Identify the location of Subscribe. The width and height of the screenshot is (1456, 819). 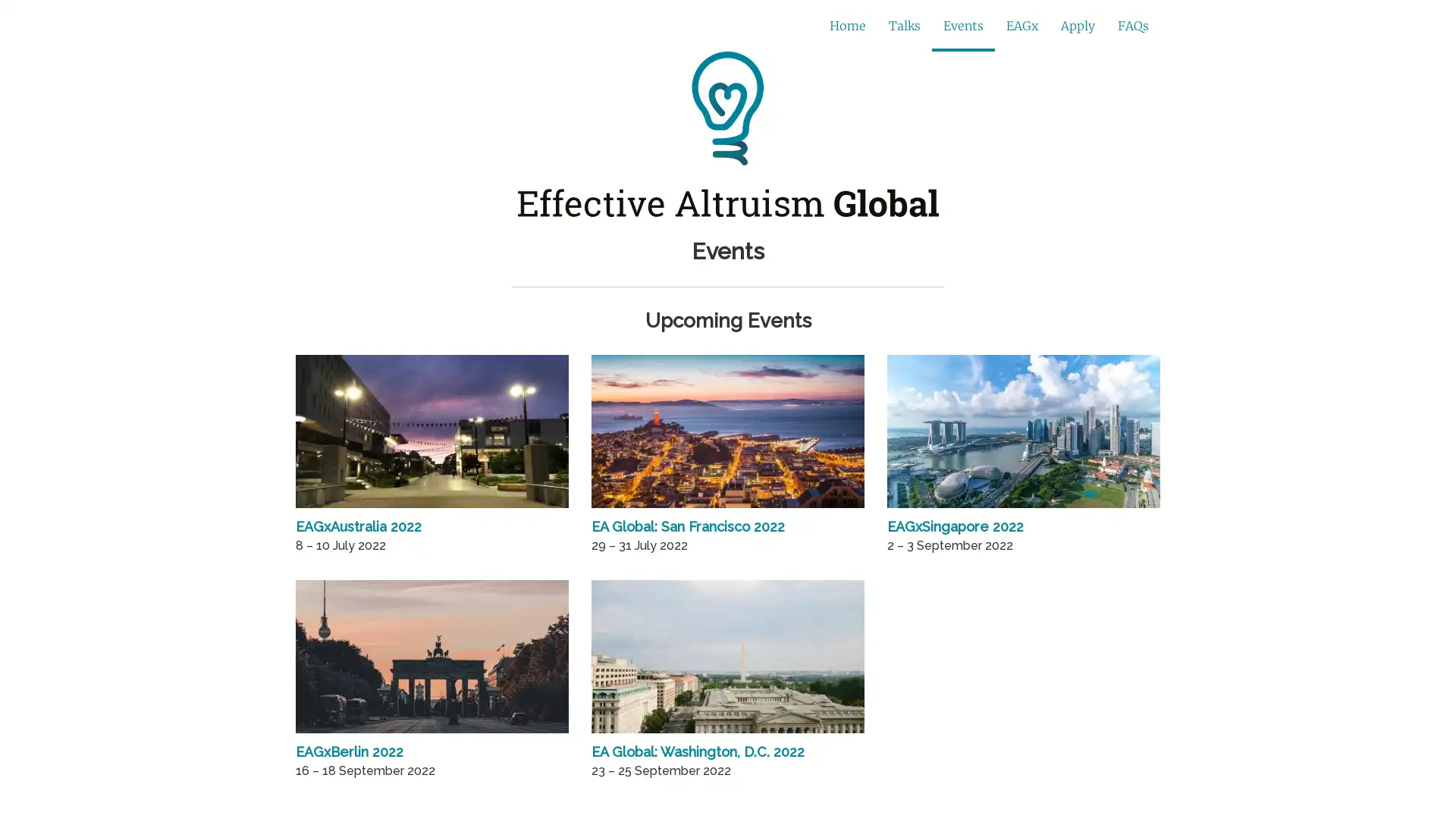
(938, 27).